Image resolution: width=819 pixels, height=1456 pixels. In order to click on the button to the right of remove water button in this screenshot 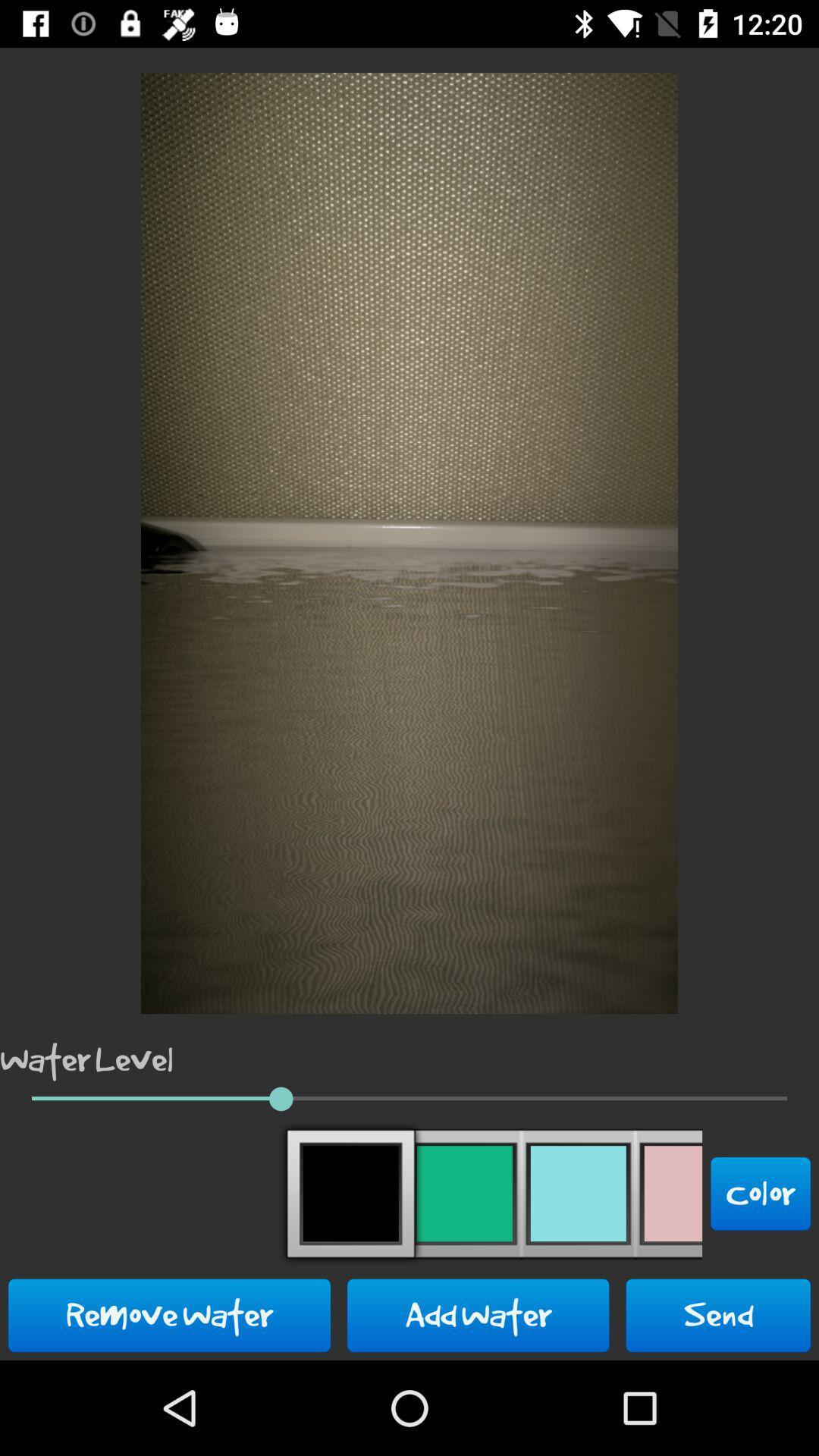, I will do `click(478, 1314)`.